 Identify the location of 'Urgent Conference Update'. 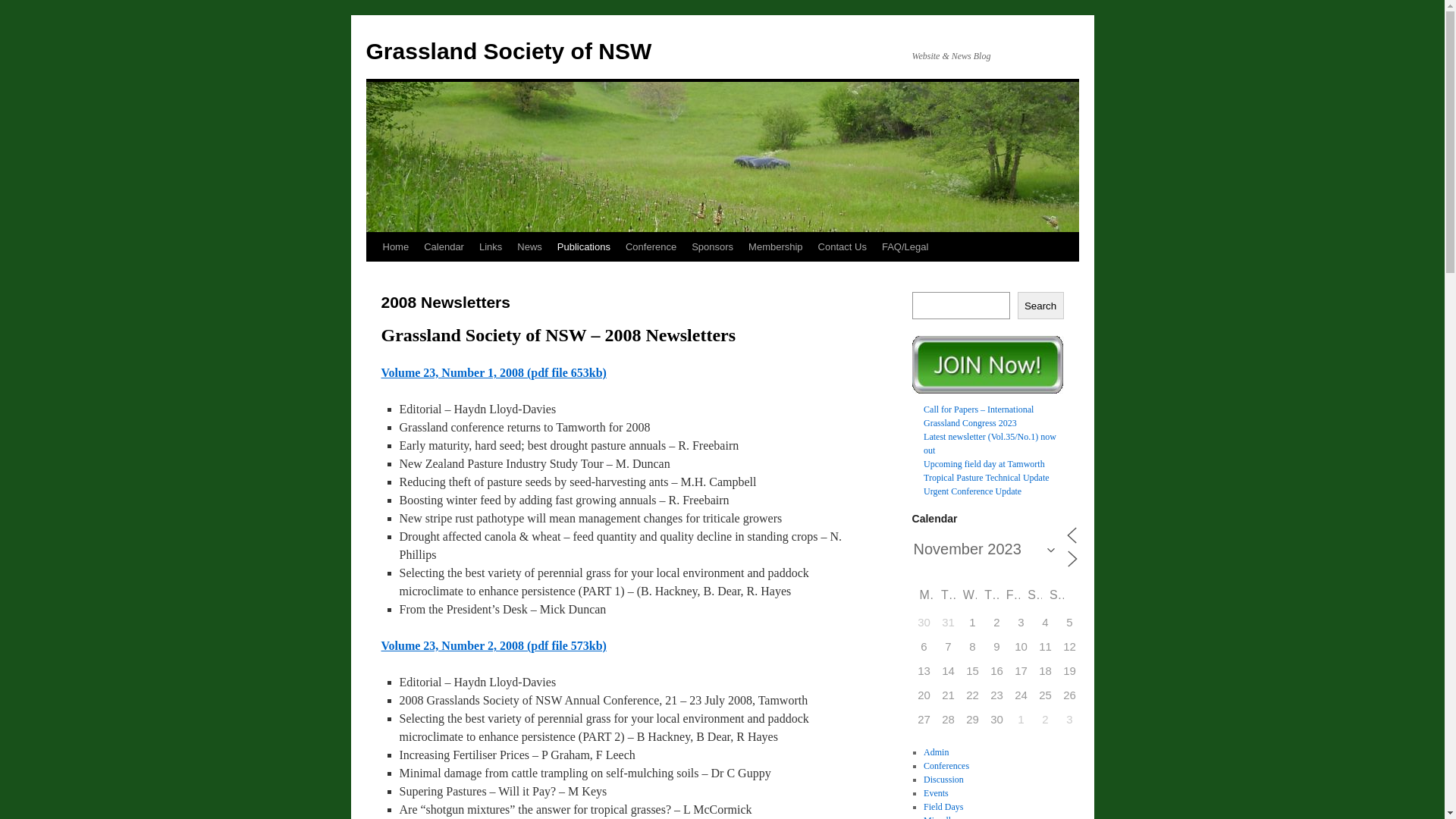
(972, 491).